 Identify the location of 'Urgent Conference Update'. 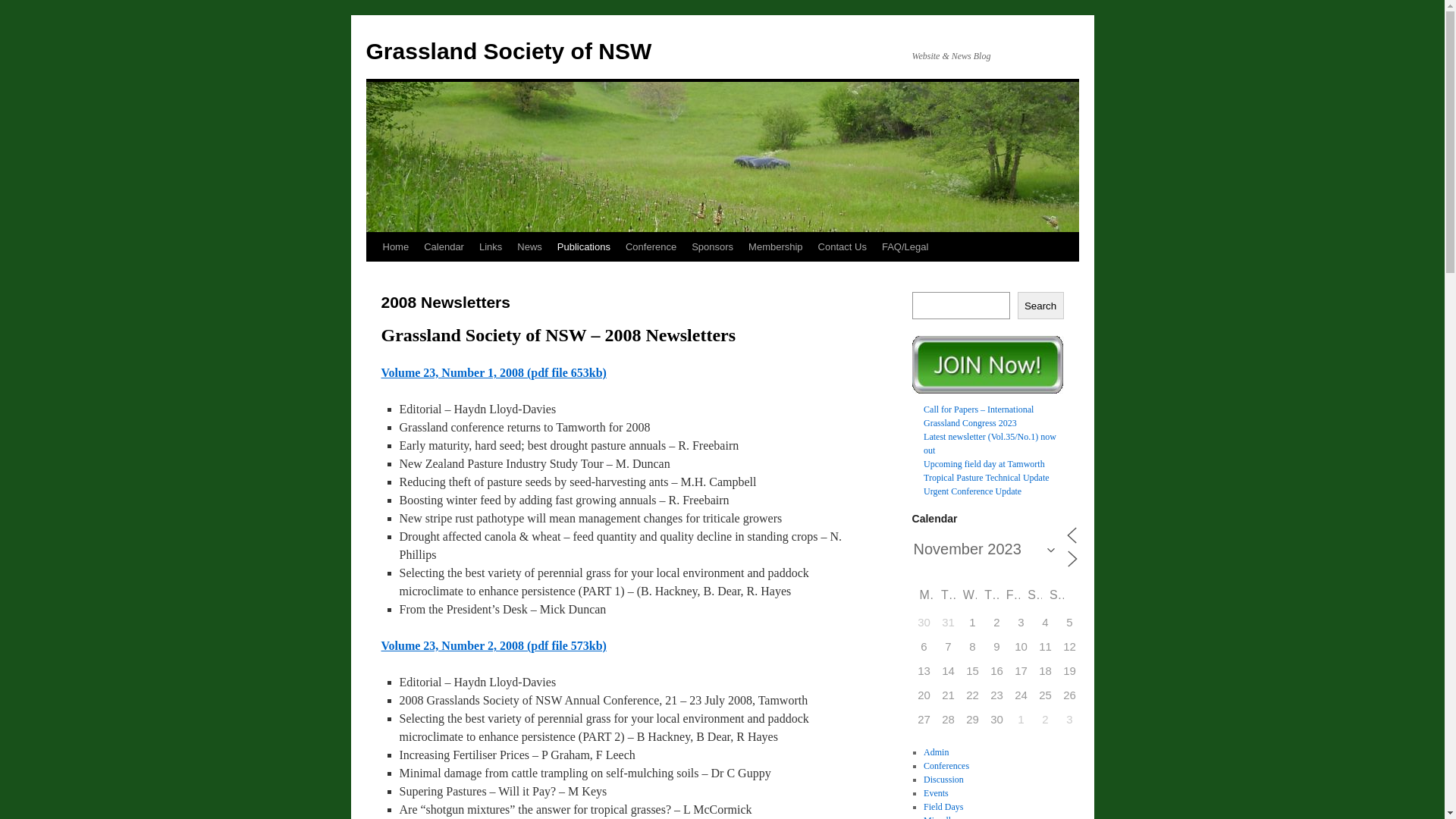
(972, 491).